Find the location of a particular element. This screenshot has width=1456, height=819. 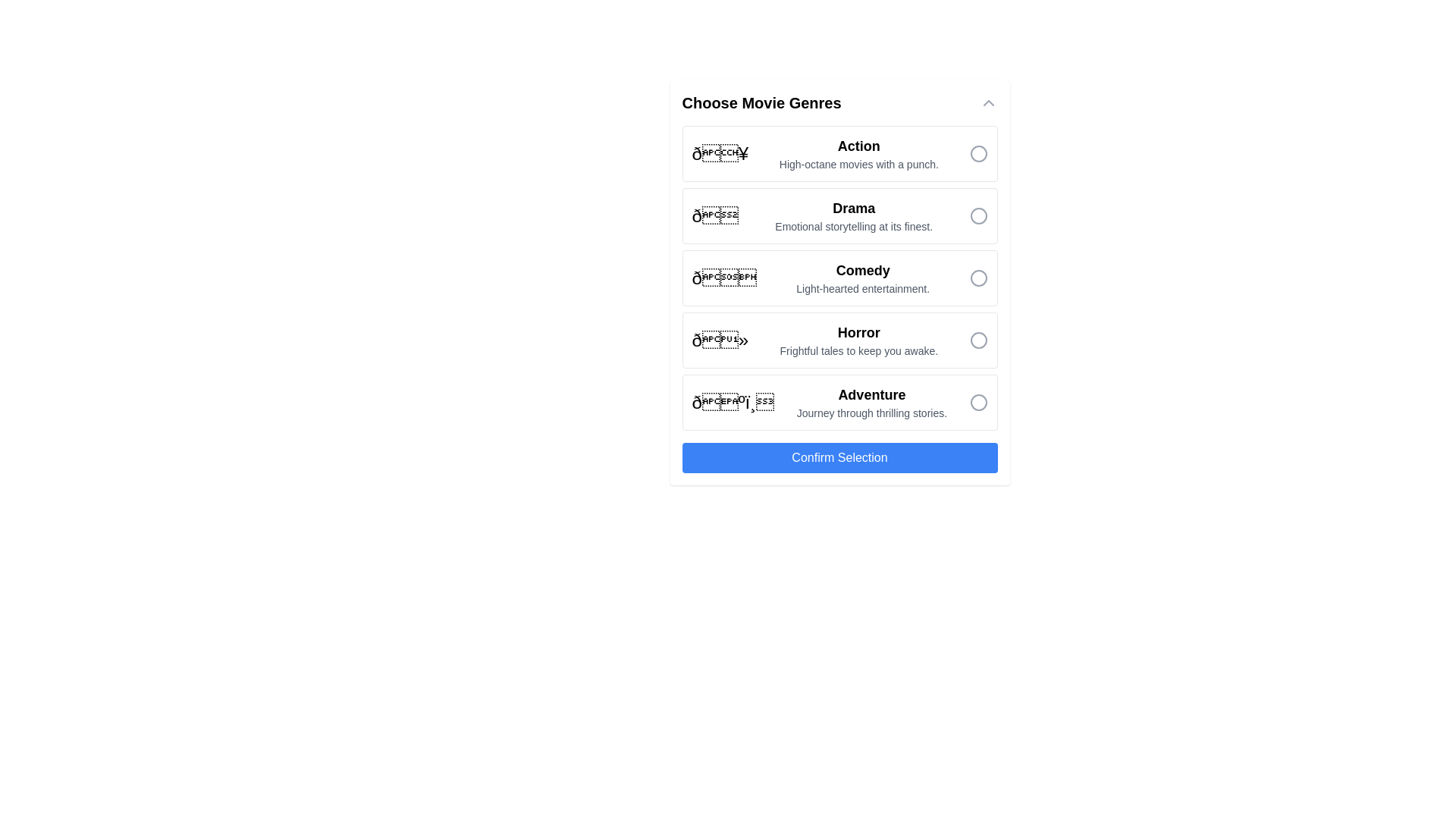

the Circle marker or radio button for the 'Adventure' genre and activate the selection is located at coordinates (978, 402).